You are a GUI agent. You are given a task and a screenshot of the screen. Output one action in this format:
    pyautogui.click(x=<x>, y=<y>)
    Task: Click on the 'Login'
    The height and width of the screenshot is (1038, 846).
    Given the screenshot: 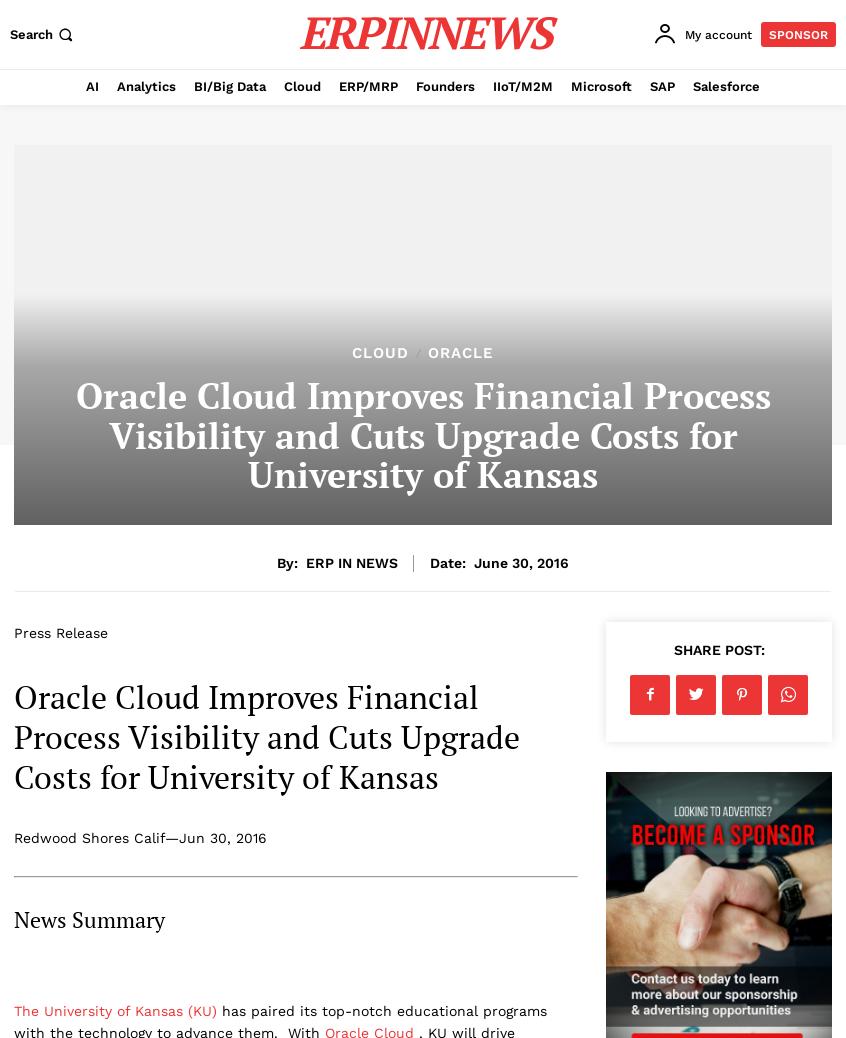 What is the action you would take?
    pyautogui.click(x=685, y=134)
    